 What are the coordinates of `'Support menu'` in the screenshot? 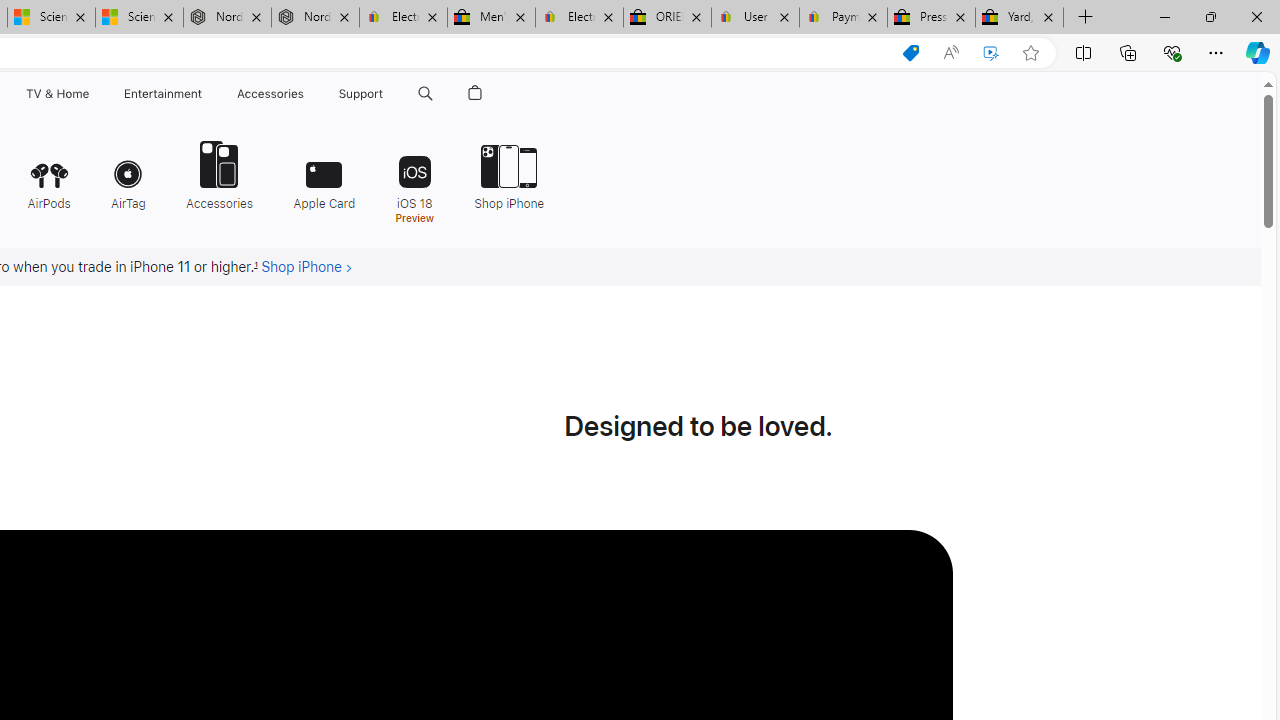 It's located at (387, 93).